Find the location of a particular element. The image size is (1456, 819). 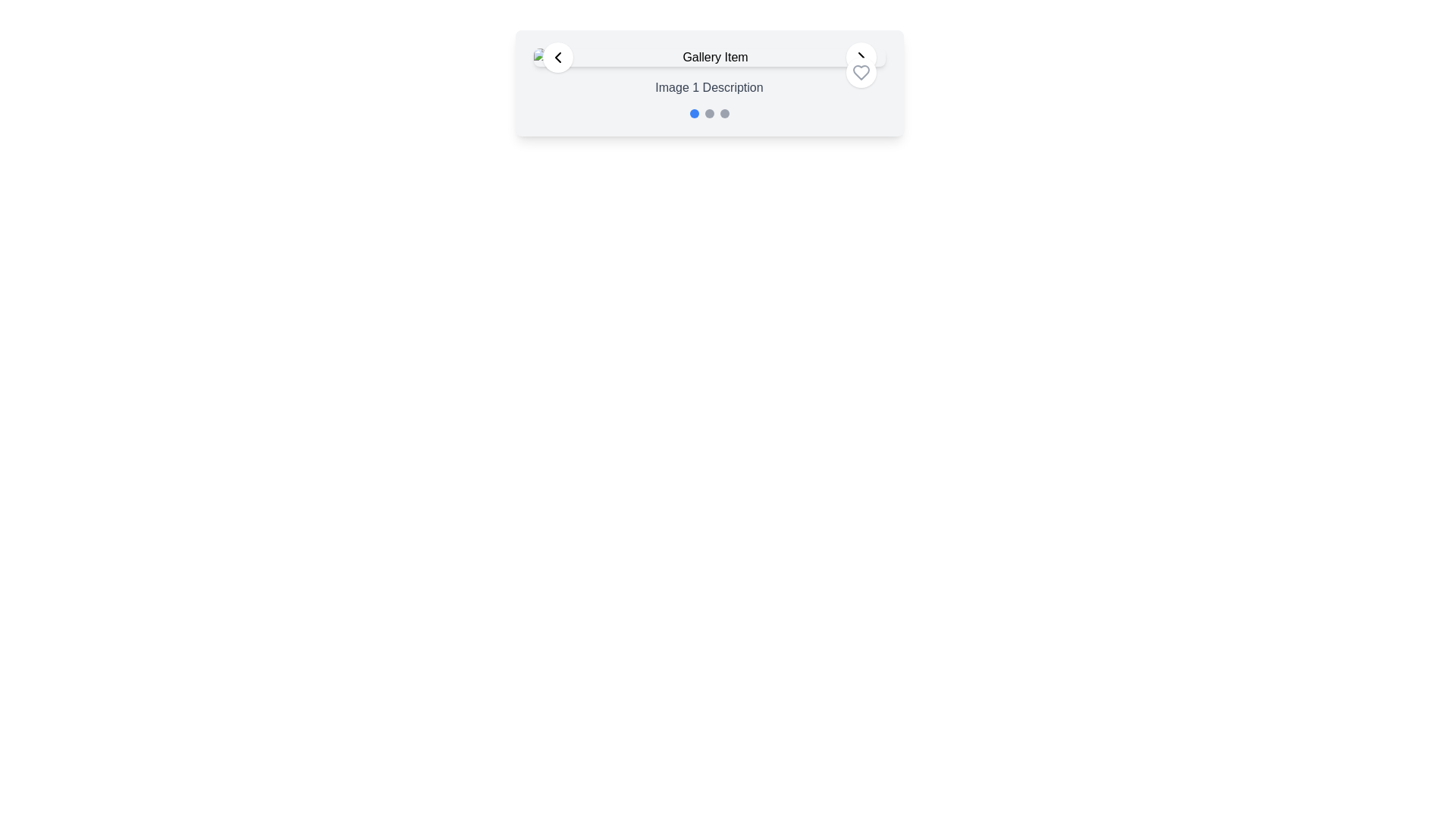

the Carousel Indicator dot located below the 'Image 1 Description' text, which is styled as a small circular indicator and is part of a horizontal arrangement is located at coordinates (708, 113).